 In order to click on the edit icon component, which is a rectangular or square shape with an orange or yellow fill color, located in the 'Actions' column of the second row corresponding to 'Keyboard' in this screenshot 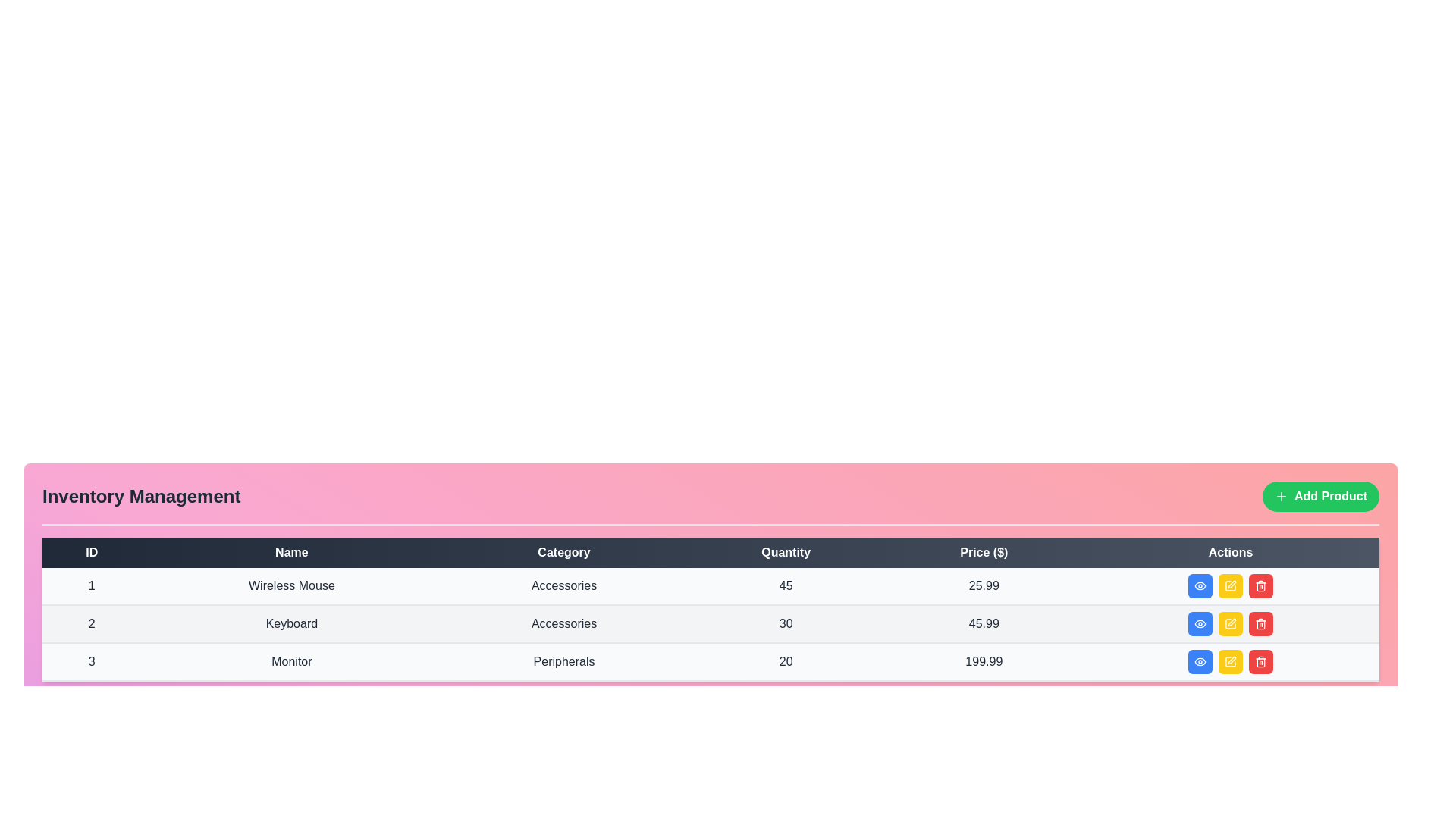, I will do `click(1231, 585)`.